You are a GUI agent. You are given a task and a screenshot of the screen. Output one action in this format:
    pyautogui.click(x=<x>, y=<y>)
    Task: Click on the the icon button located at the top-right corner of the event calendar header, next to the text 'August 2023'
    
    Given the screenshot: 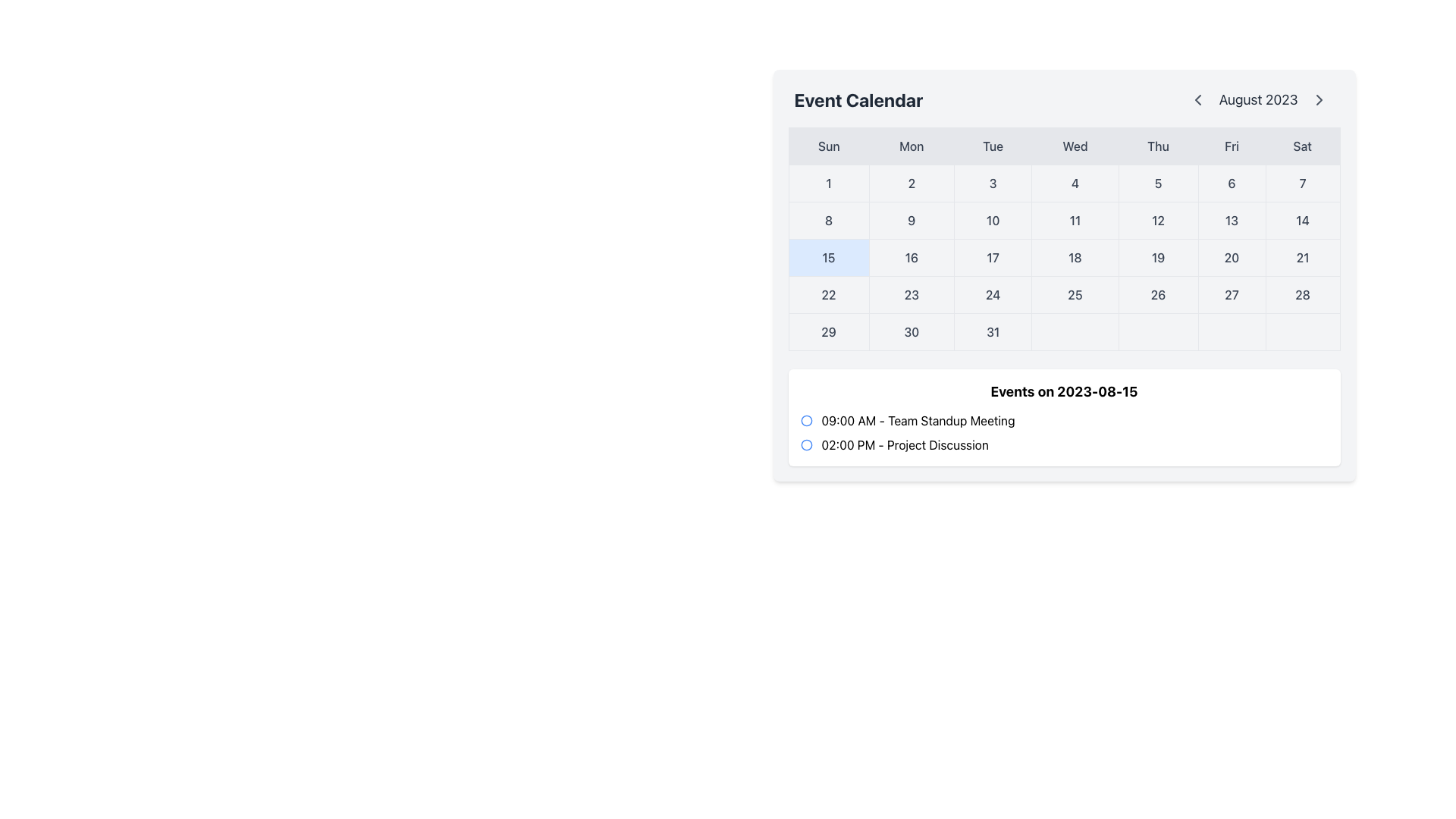 What is the action you would take?
    pyautogui.click(x=1318, y=99)
    